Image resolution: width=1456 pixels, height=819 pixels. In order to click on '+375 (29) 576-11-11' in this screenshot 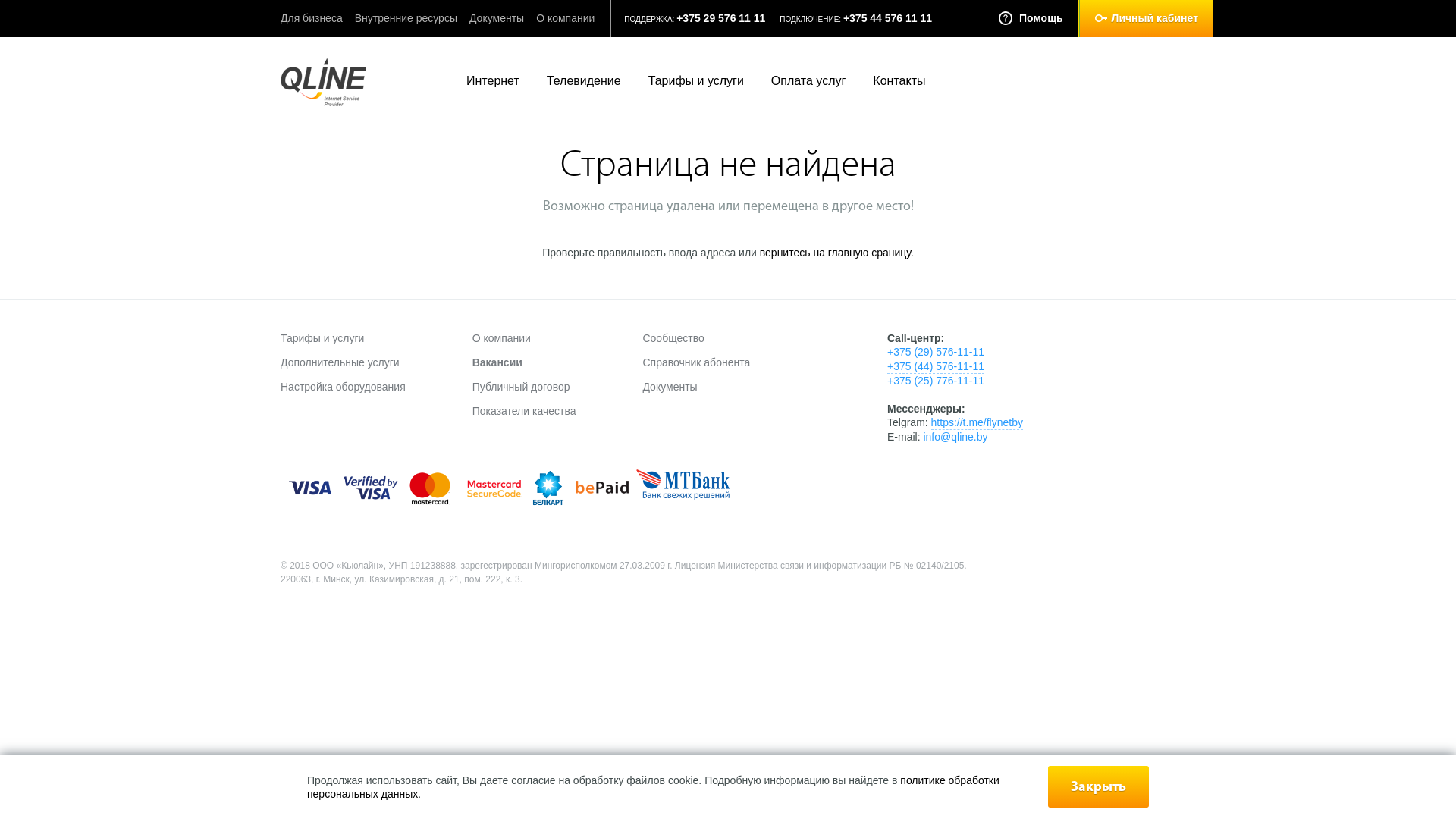, I will do `click(887, 352)`.